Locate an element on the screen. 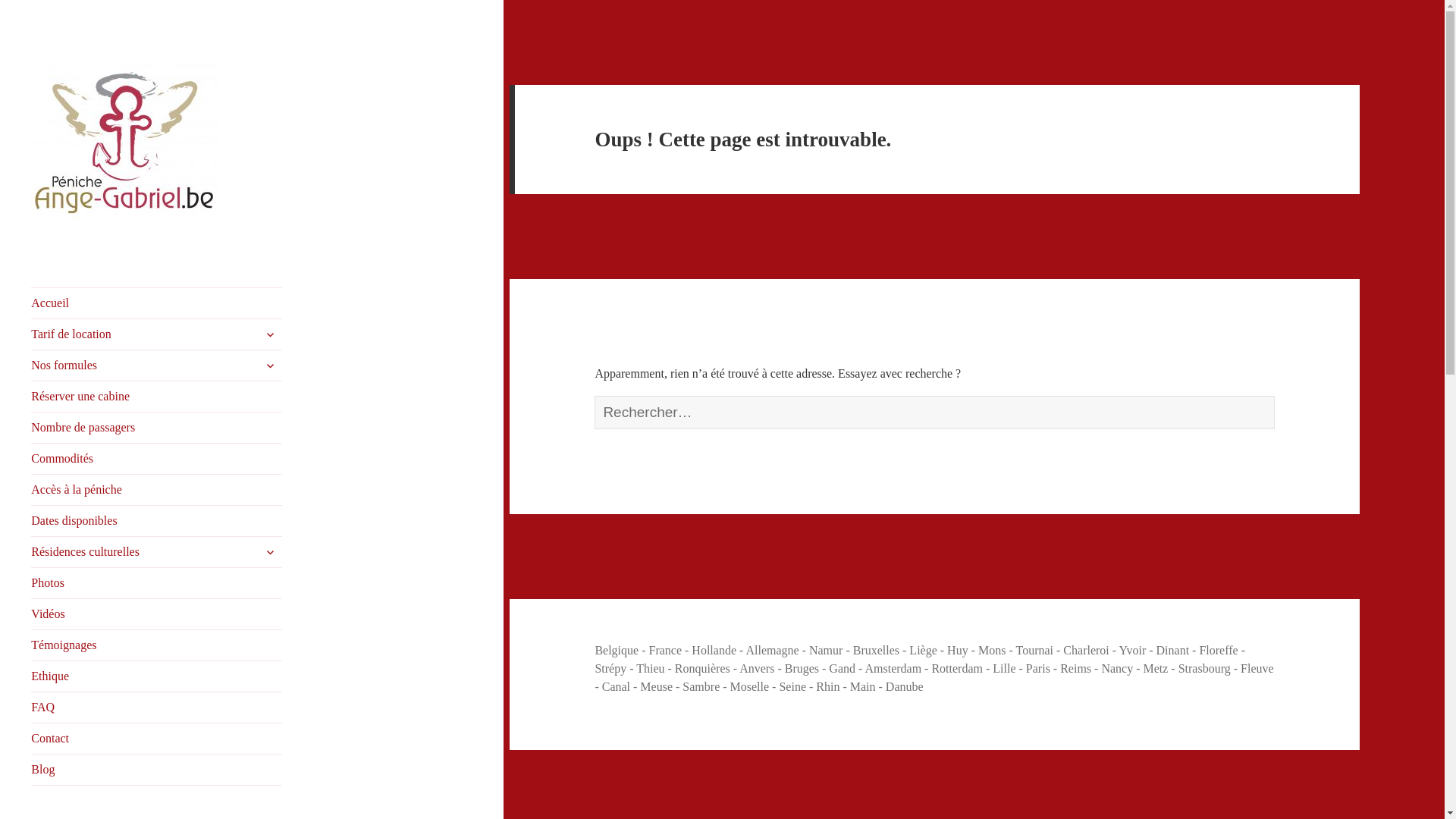  'FAQ' is located at coordinates (31, 708).